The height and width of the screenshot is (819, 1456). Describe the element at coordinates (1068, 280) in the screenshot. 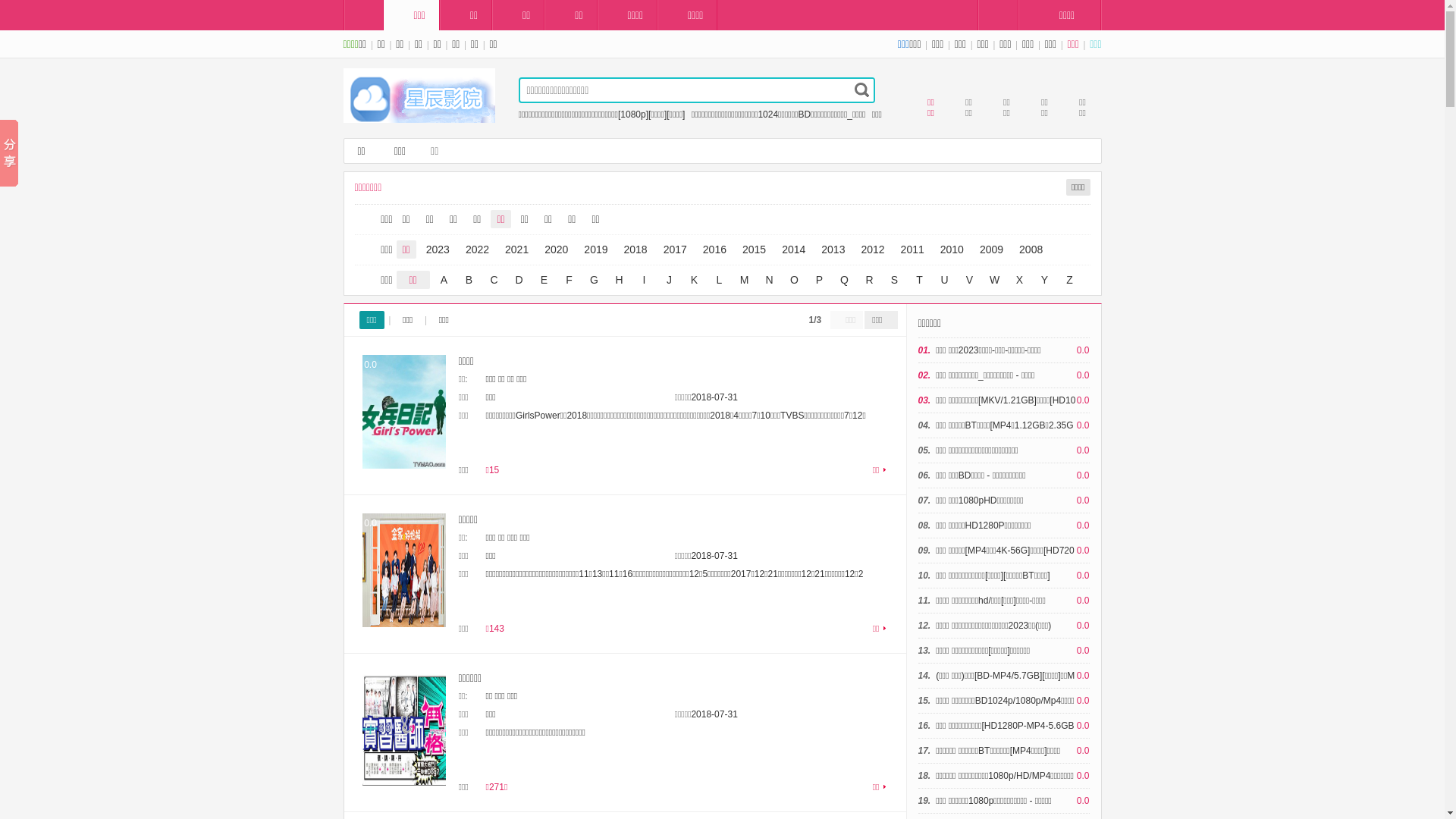

I see `'Z'` at that location.